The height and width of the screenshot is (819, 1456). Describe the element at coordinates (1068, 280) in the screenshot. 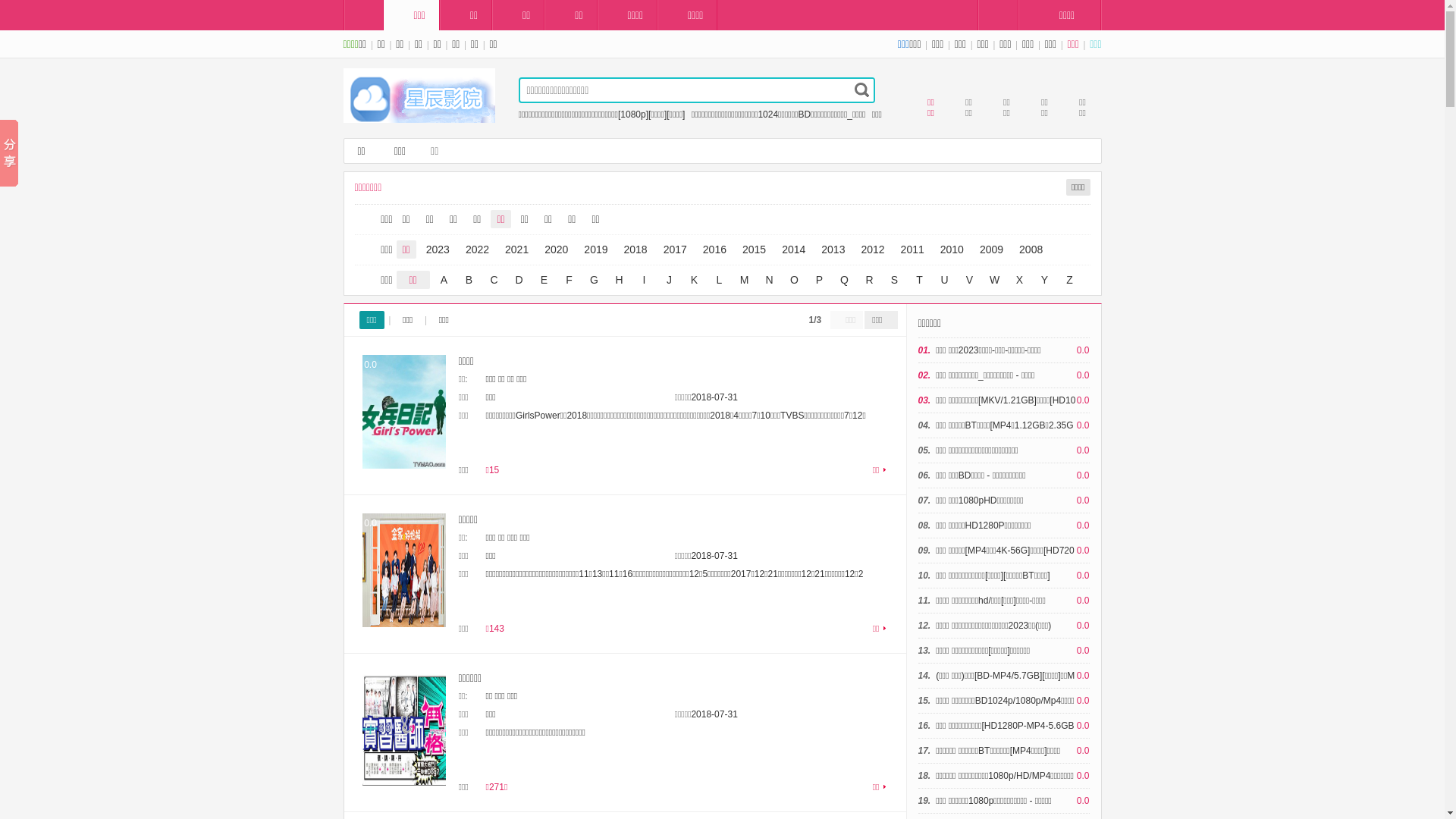

I see `'Z'` at that location.